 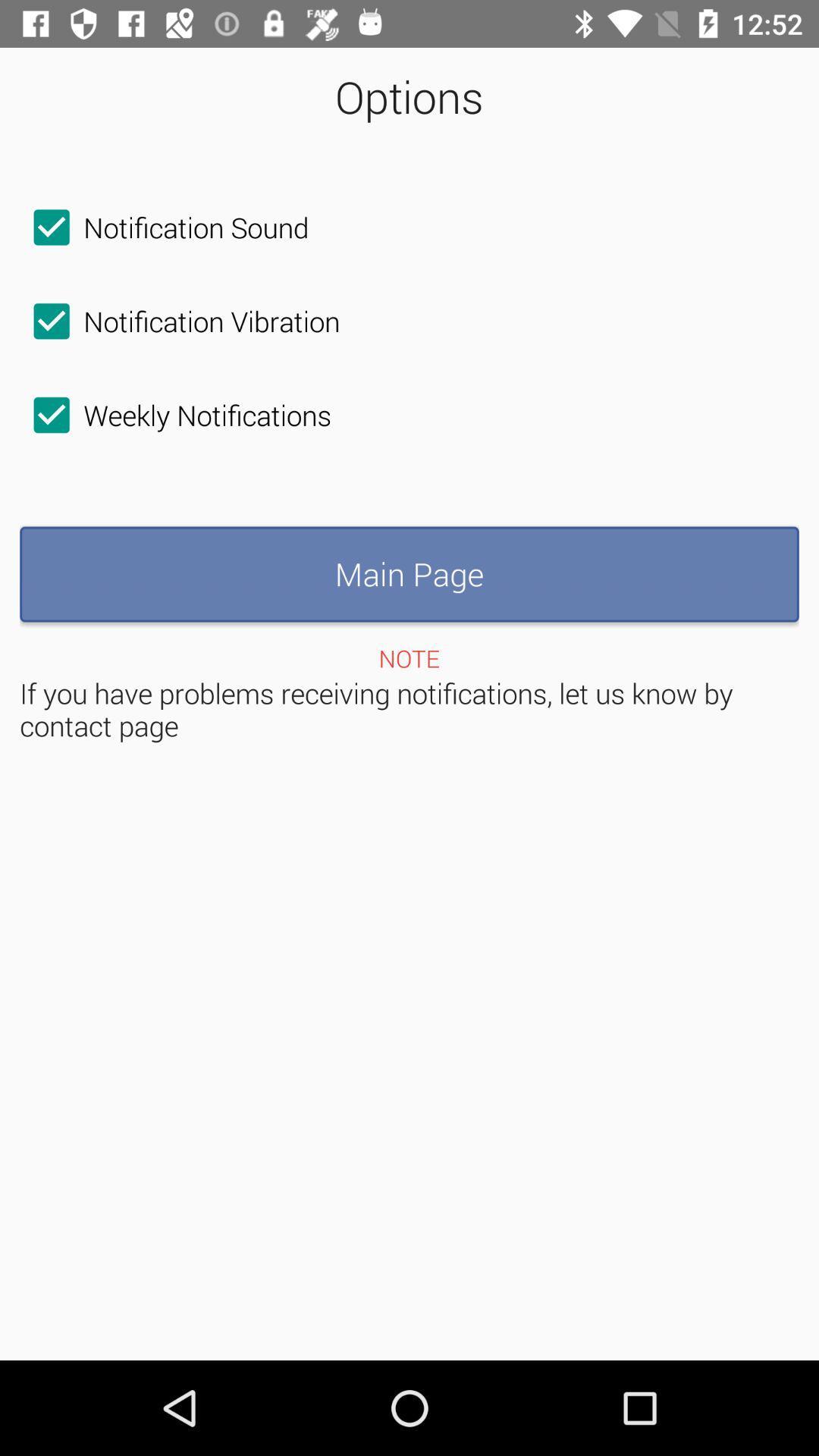 What do you see at coordinates (174, 415) in the screenshot?
I see `icon above main page icon` at bounding box center [174, 415].